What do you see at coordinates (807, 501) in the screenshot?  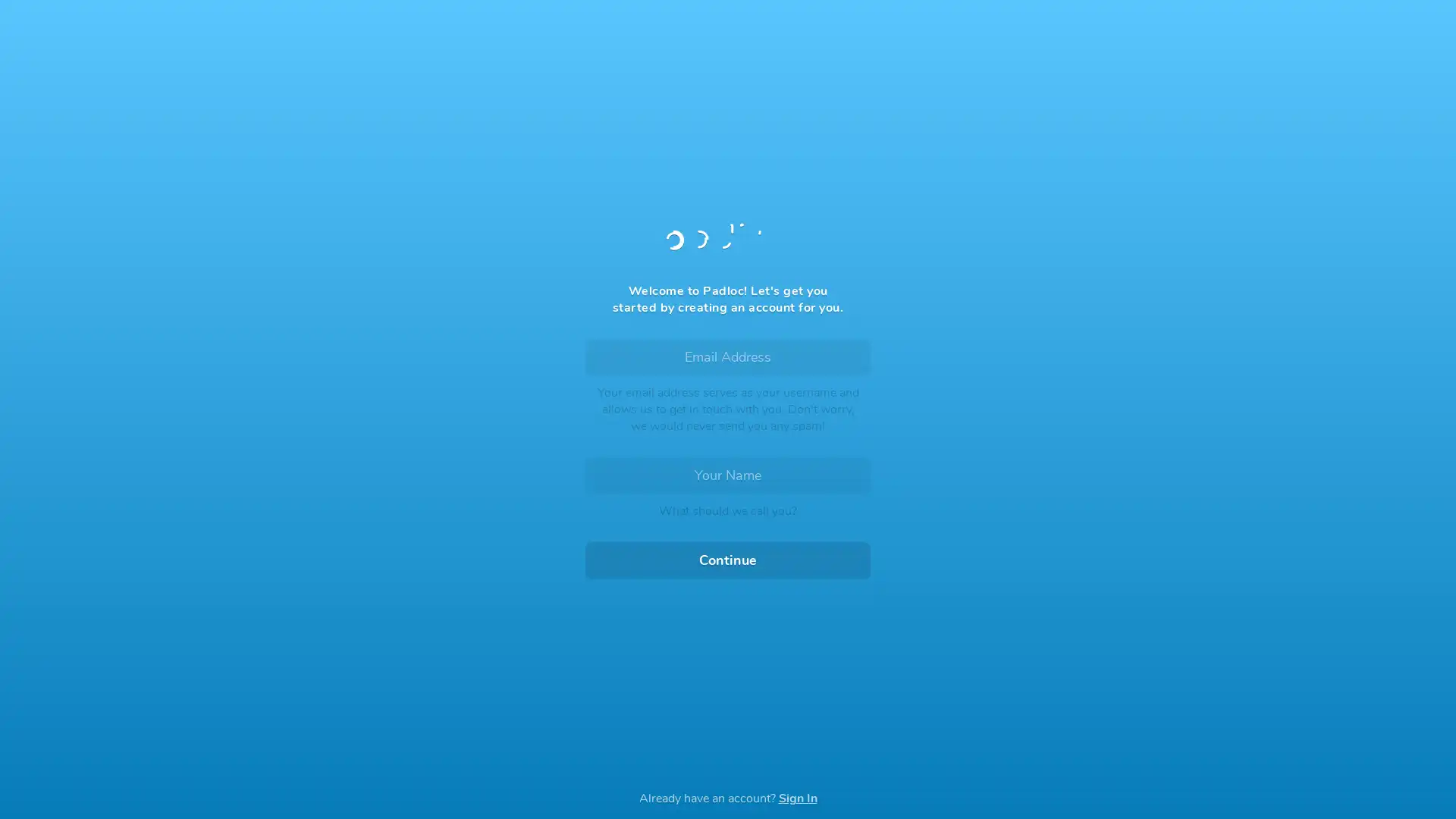 I see `Create Organization` at bounding box center [807, 501].